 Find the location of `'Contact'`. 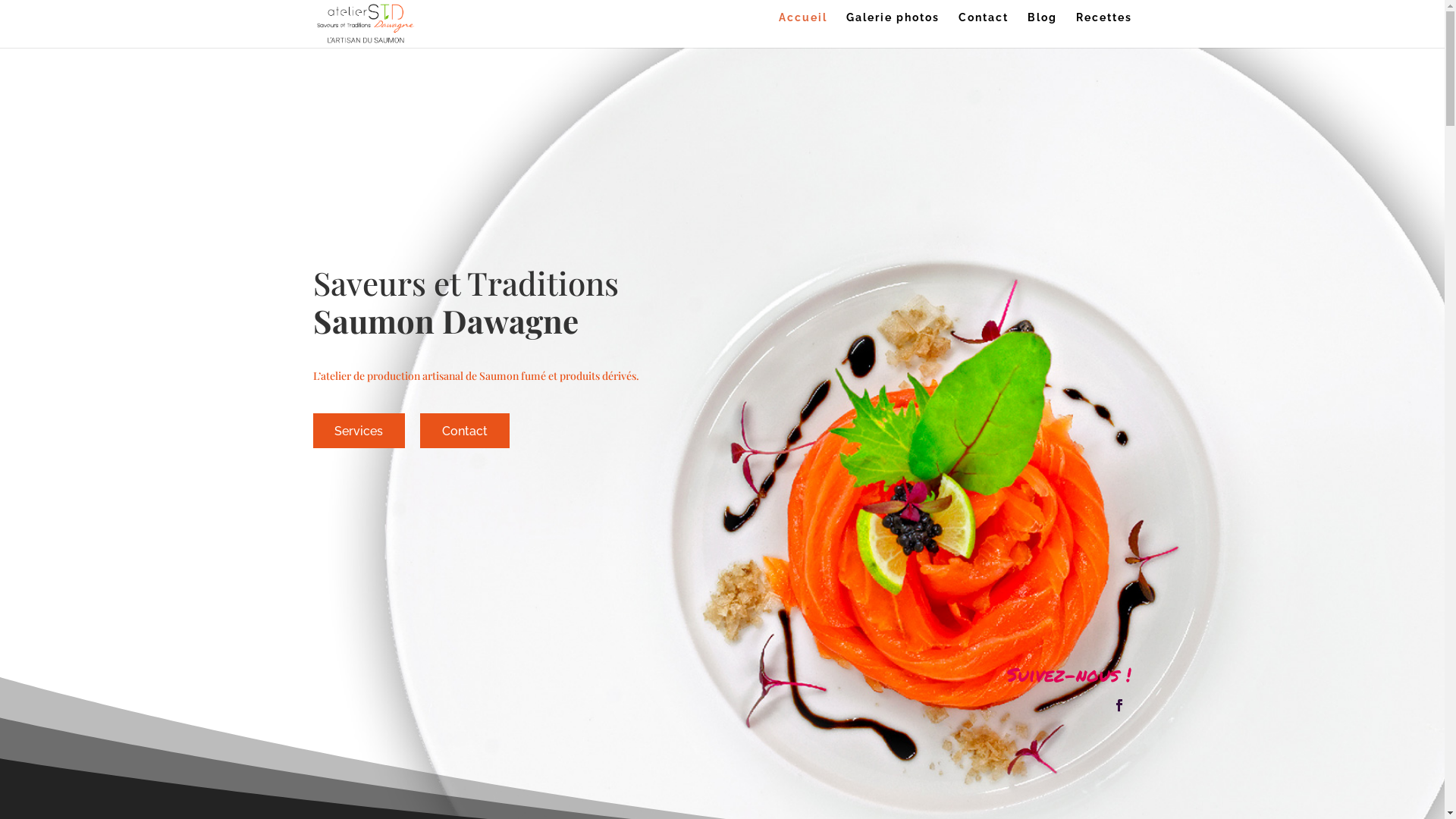

'Contact' is located at coordinates (983, 30).